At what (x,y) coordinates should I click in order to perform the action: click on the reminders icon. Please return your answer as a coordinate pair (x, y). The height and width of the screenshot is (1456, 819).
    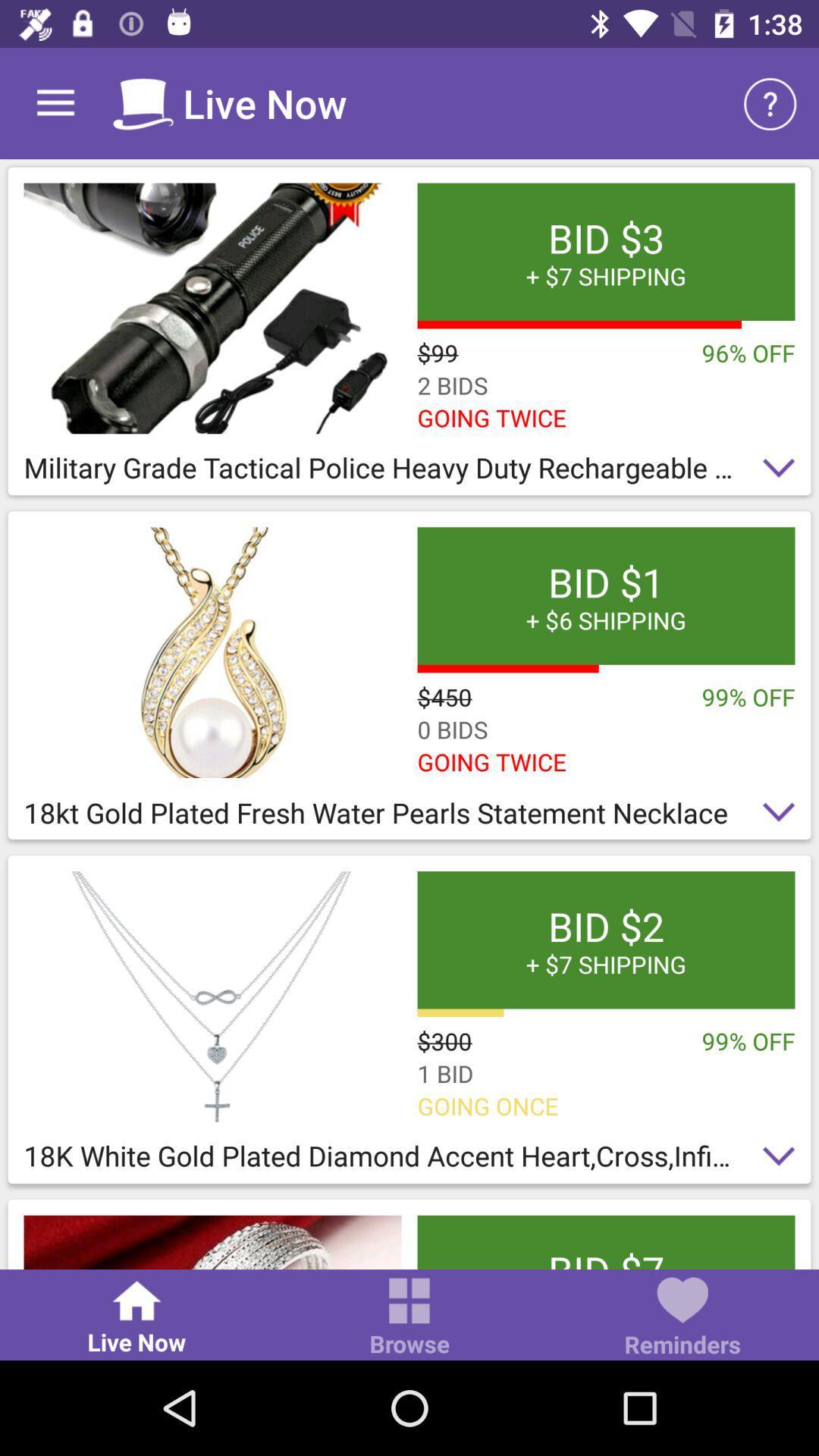
    Looking at the image, I should click on (681, 1318).